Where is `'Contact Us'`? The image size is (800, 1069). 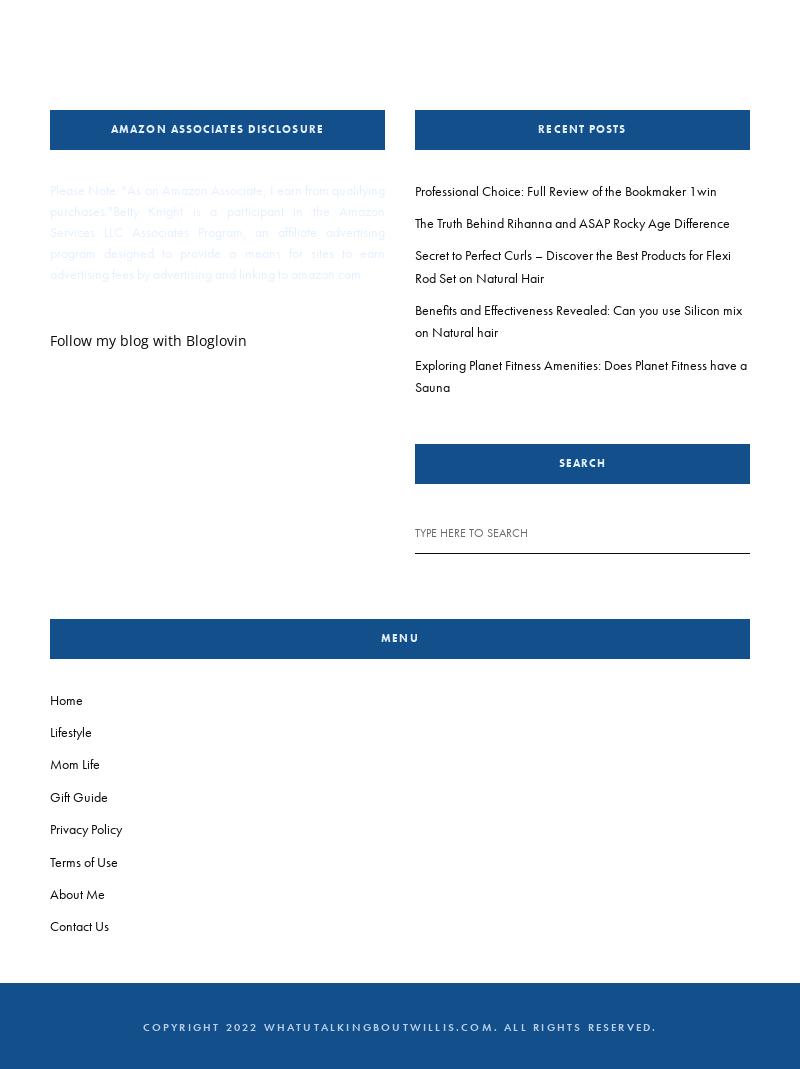
'Contact Us' is located at coordinates (79, 924).